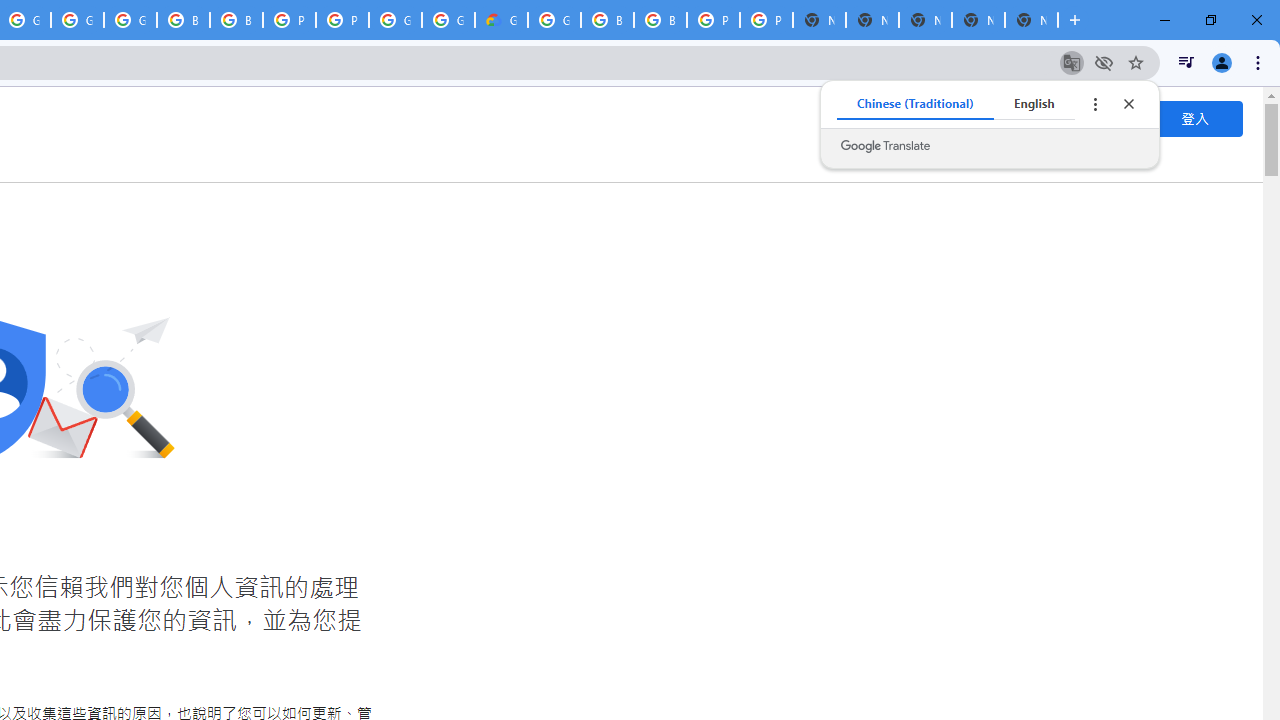 Image resolution: width=1280 pixels, height=720 pixels. What do you see at coordinates (914, 104) in the screenshot?
I see `'Chinese (Traditional)'` at bounding box center [914, 104].